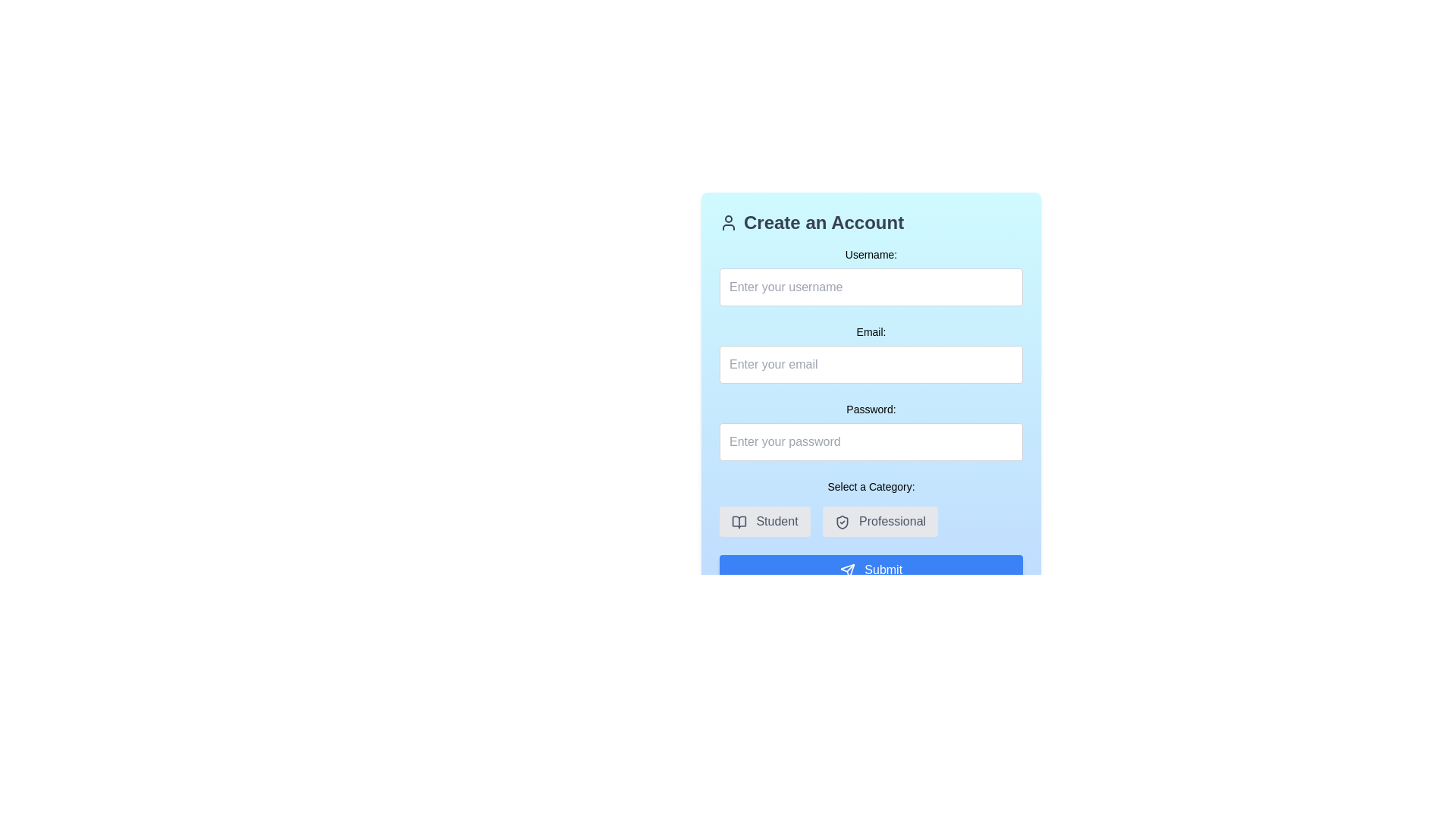 The height and width of the screenshot is (819, 1456). Describe the element at coordinates (871, 331) in the screenshot. I see `the label indicating the email input field, which is centrally aligned above the email input field` at that location.